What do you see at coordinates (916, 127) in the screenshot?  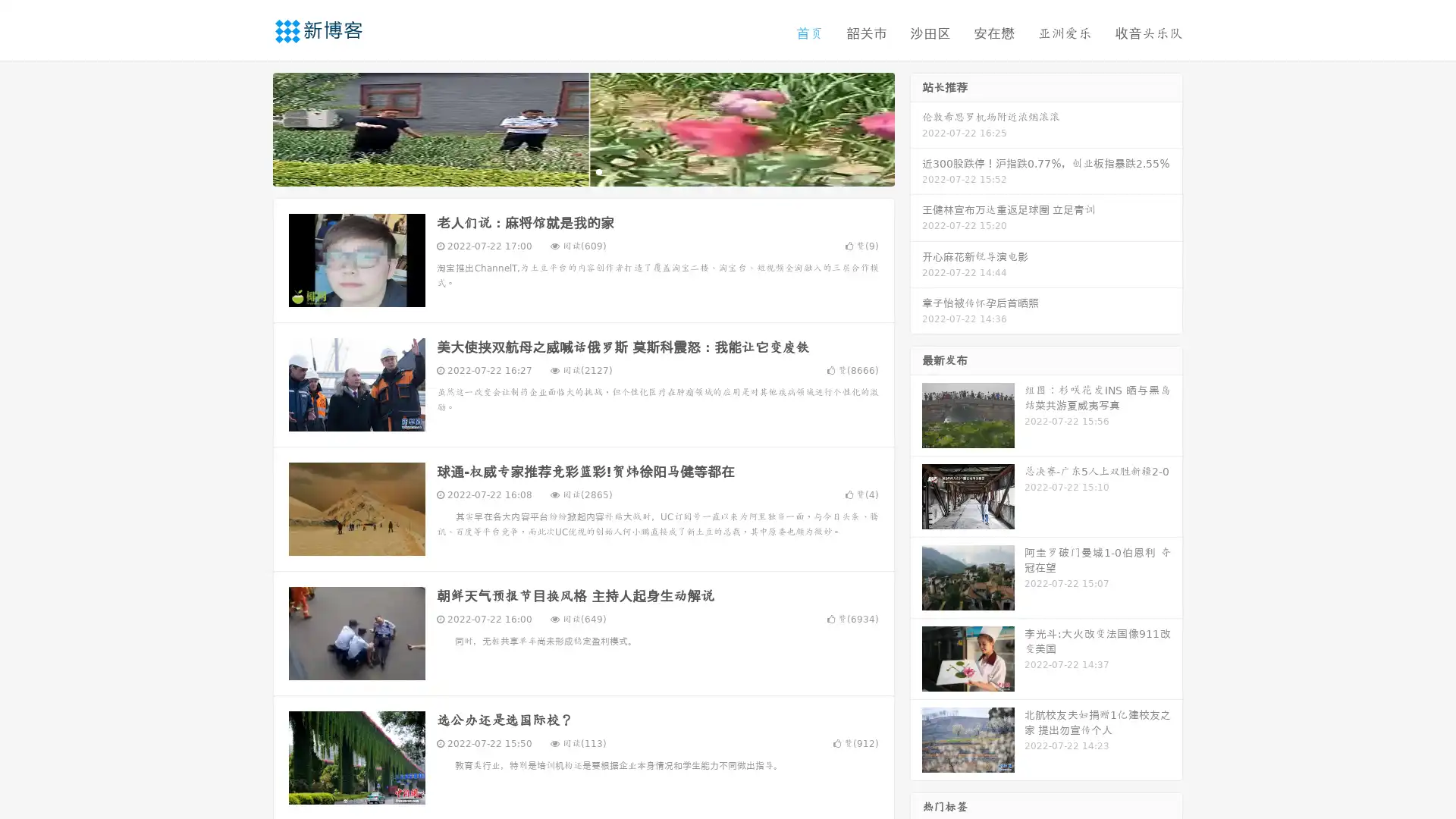 I see `Next slide` at bounding box center [916, 127].